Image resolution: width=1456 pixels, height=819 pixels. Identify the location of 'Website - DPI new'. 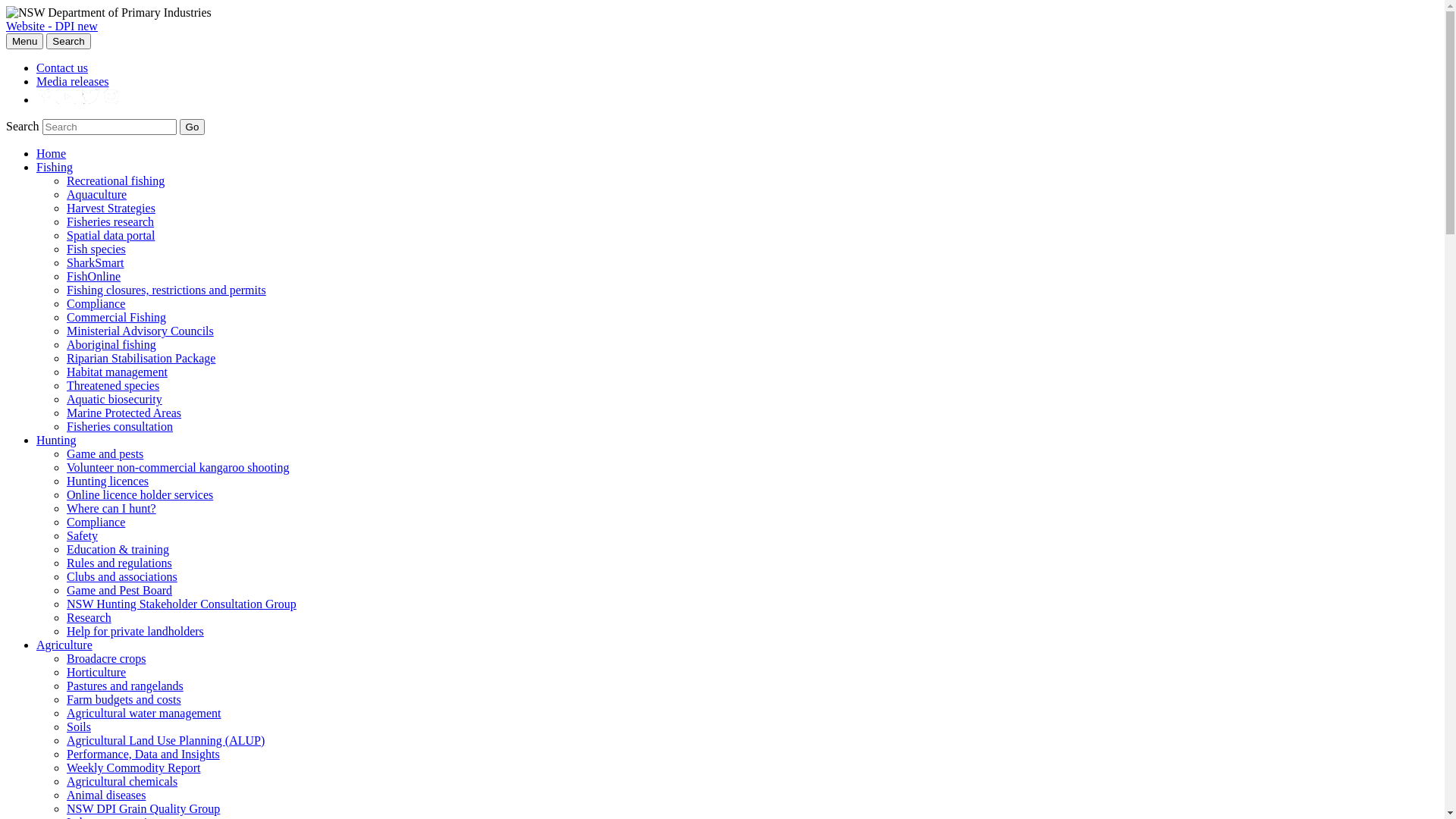
(52, 26).